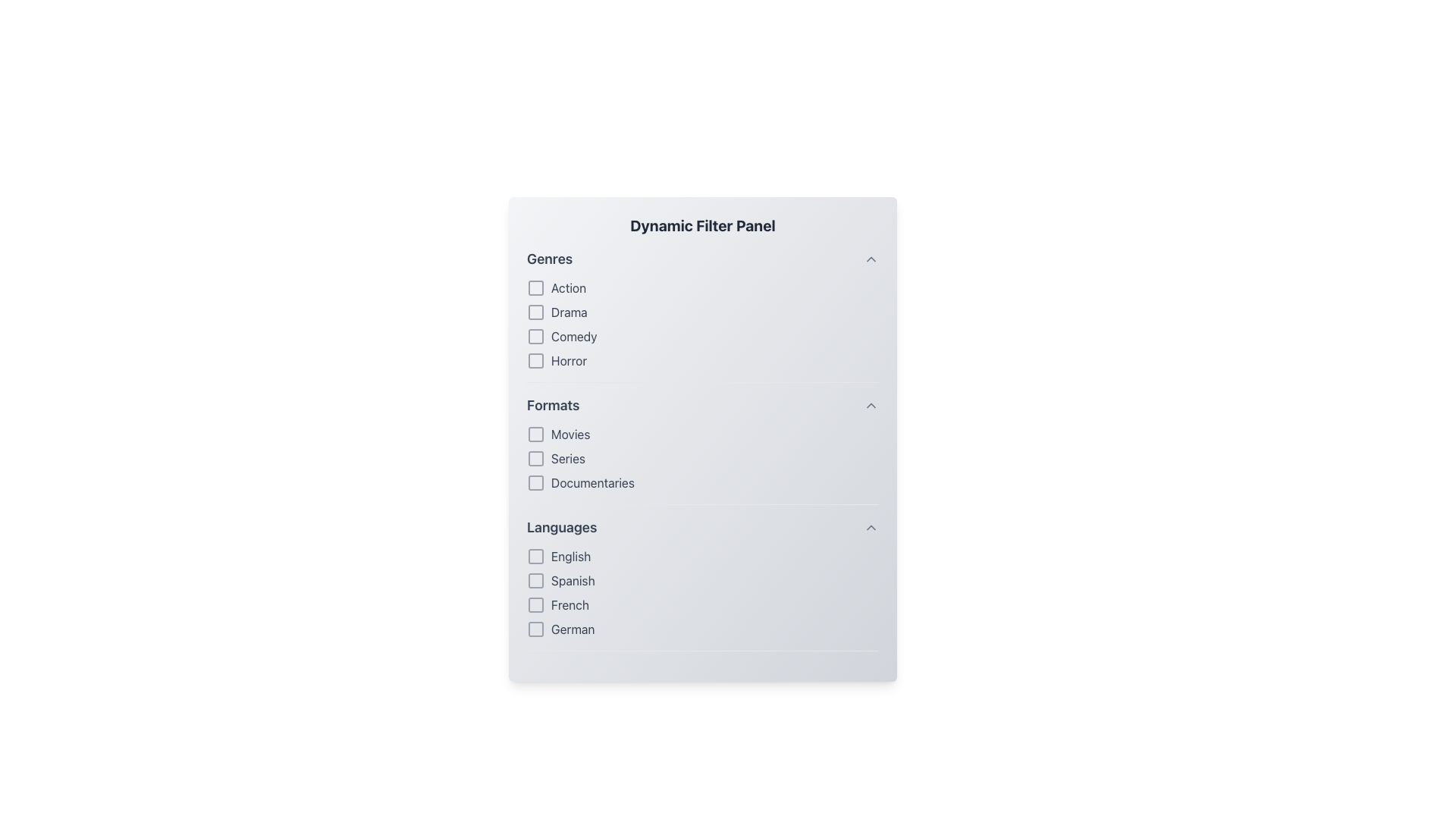 The height and width of the screenshot is (819, 1456). What do you see at coordinates (573, 335) in the screenshot?
I see `the 'Comedy' text label located under the 'Genres' section, which is the third checkbox option in the panel` at bounding box center [573, 335].